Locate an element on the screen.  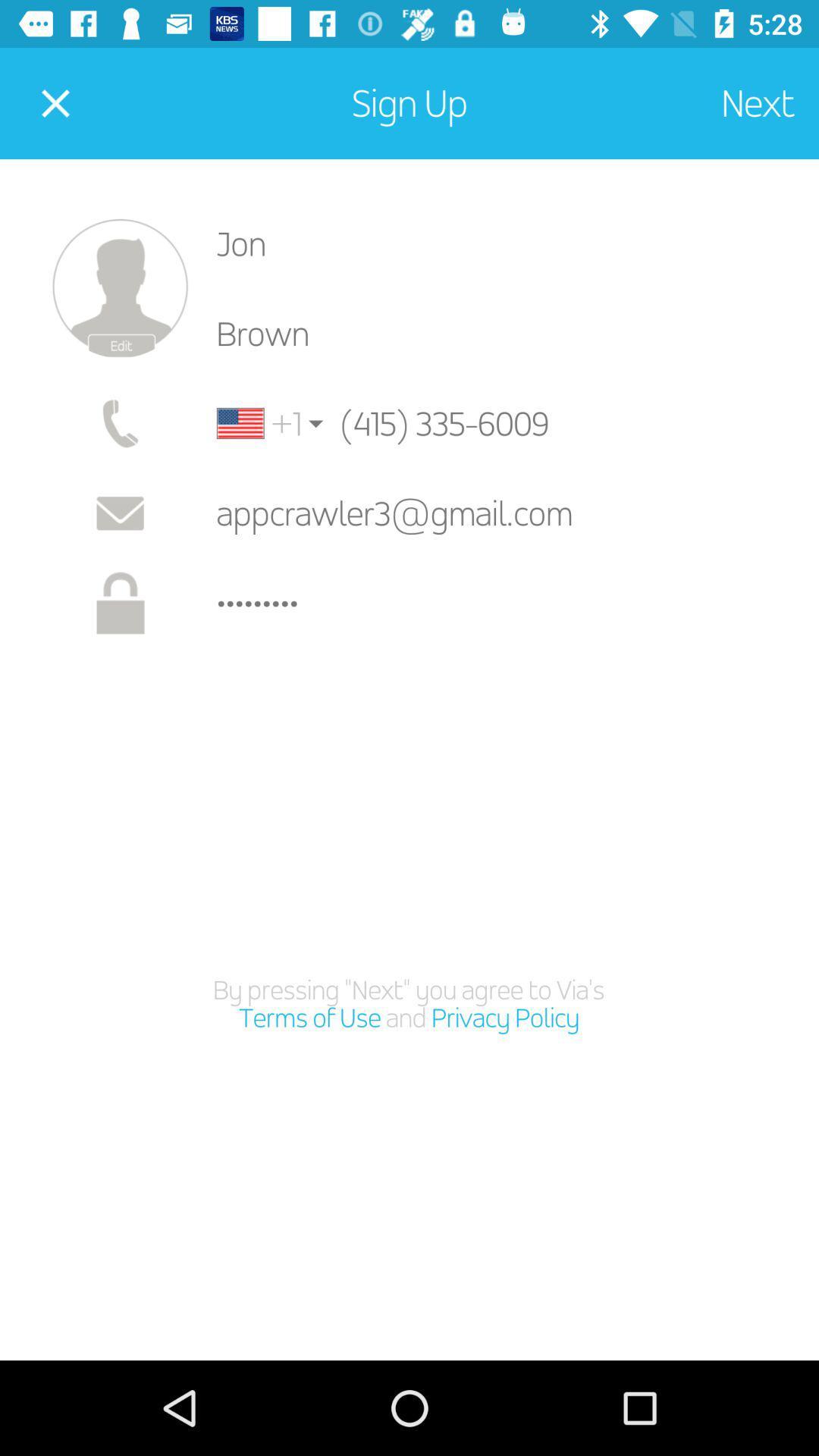
the crowd3116 item is located at coordinates (506, 602).